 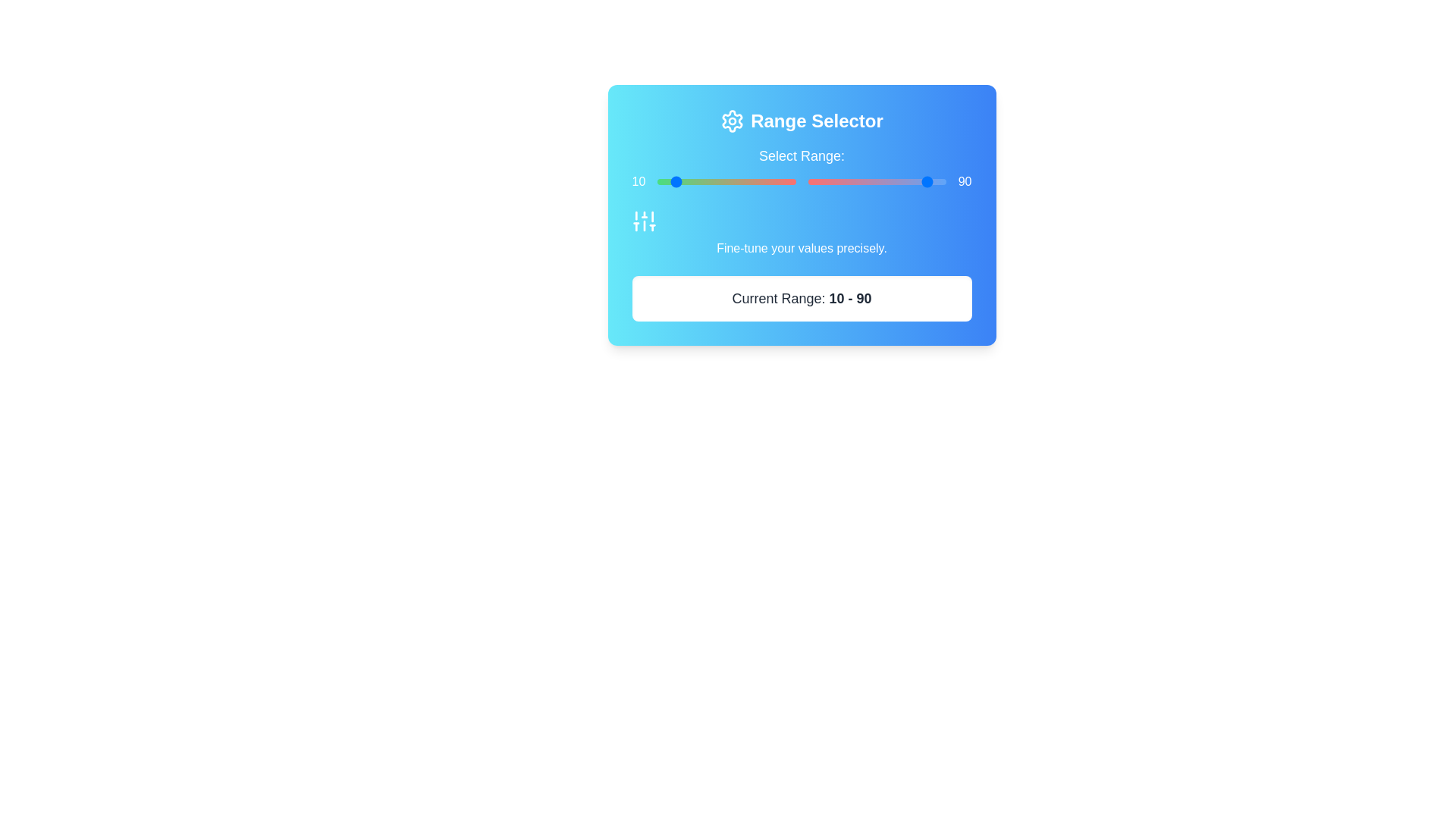 What do you see at coordinates (726, 180) in the screenshot?
I see `the slider to set the value to 24` at bounding box center [726, 180].